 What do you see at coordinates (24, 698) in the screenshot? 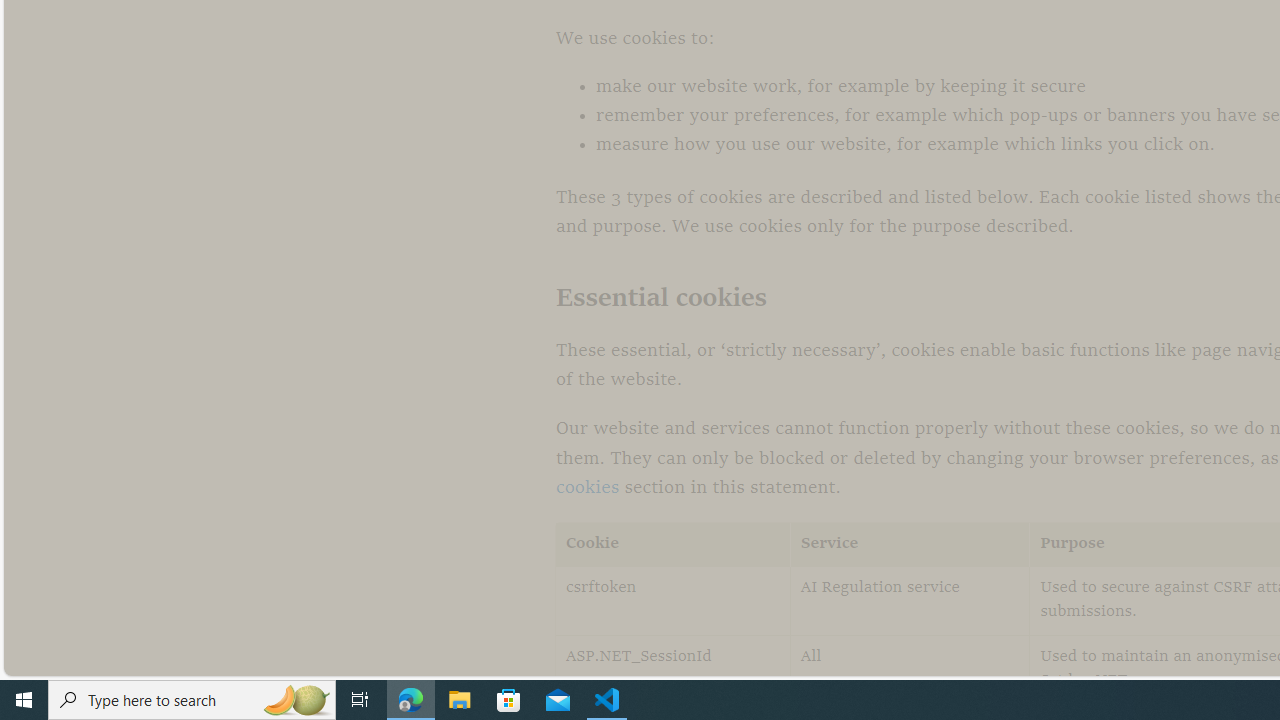
I see `'Start'` at bounding box center [24, 698].